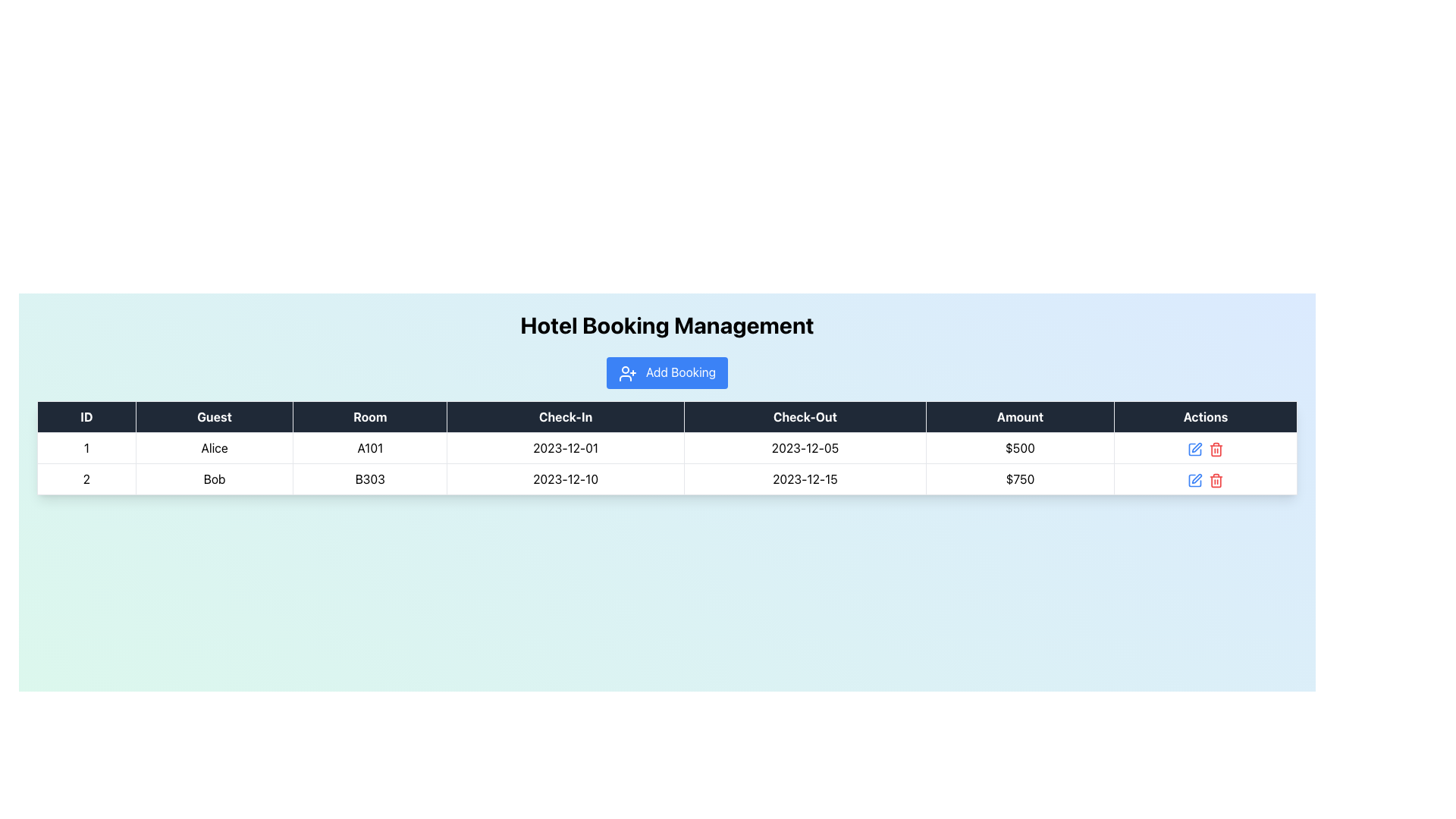 This screenshot has width=1456, height=819. I want to click on the 'Check-In' column header cell, which is the fourth column in the table, located between the 'Room' and 'Check-Out' headers, so click(565, 416).